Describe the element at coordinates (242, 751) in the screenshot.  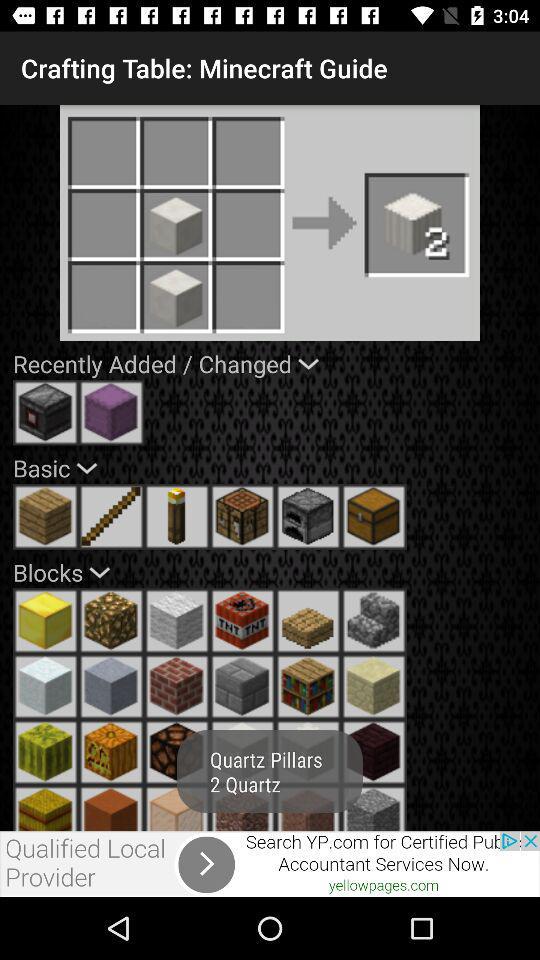
I see `choose option` at that location.